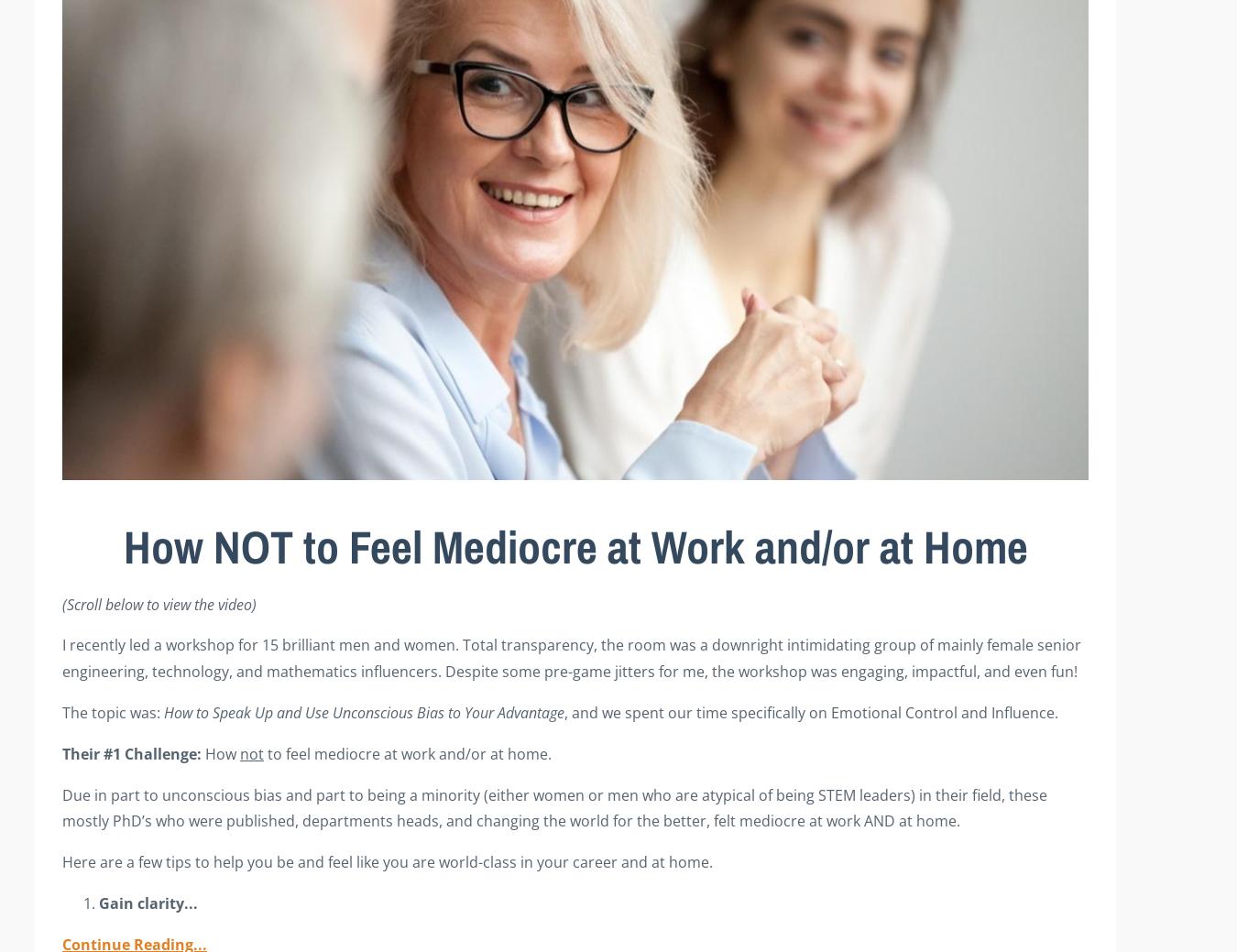 The image size is (1237, 952). Describe the element at coordinates (191, 902) in the screenshot. I see `'...'` at that location.